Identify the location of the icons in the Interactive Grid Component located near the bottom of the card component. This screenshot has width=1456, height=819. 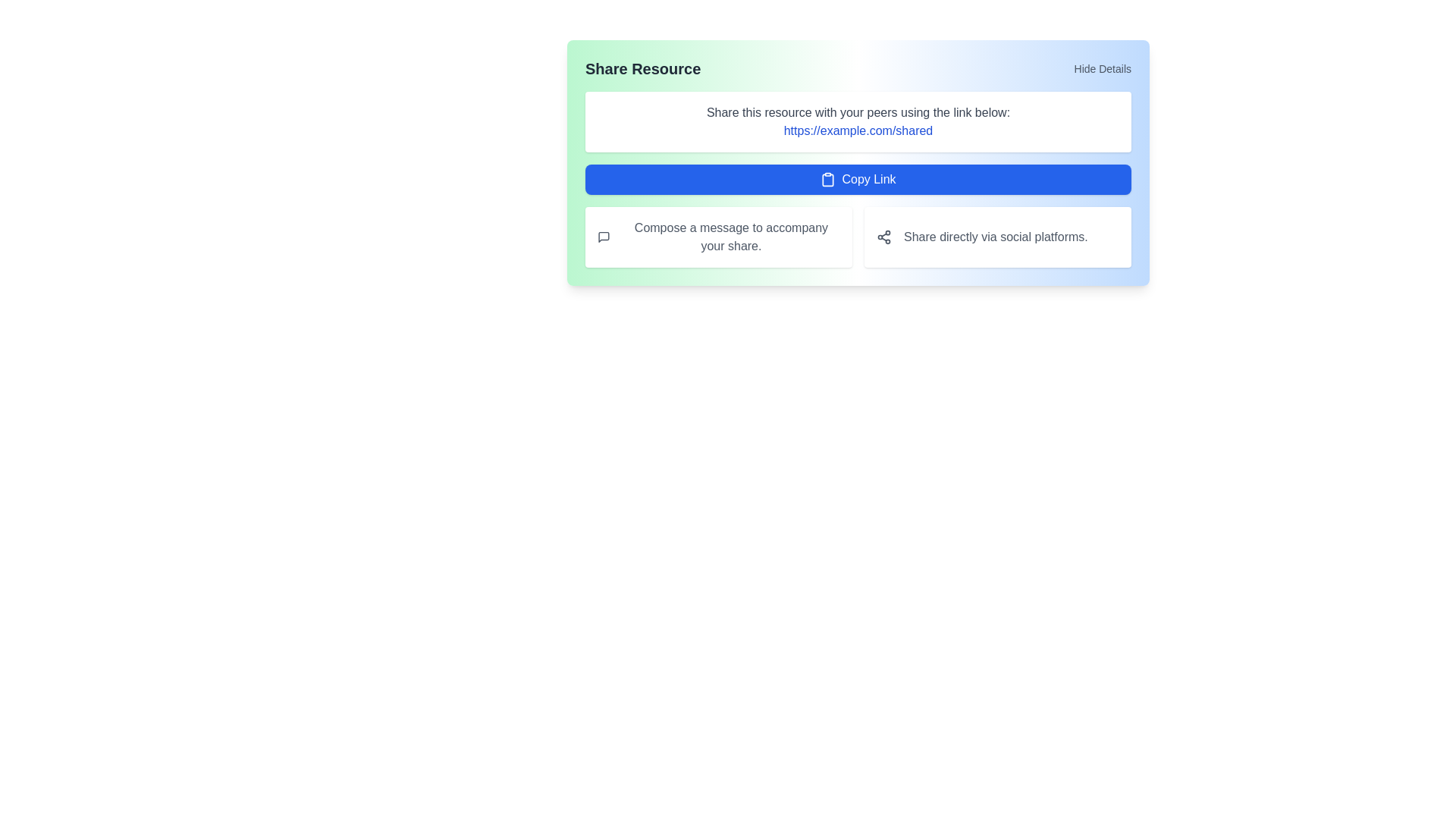
(858, 237).